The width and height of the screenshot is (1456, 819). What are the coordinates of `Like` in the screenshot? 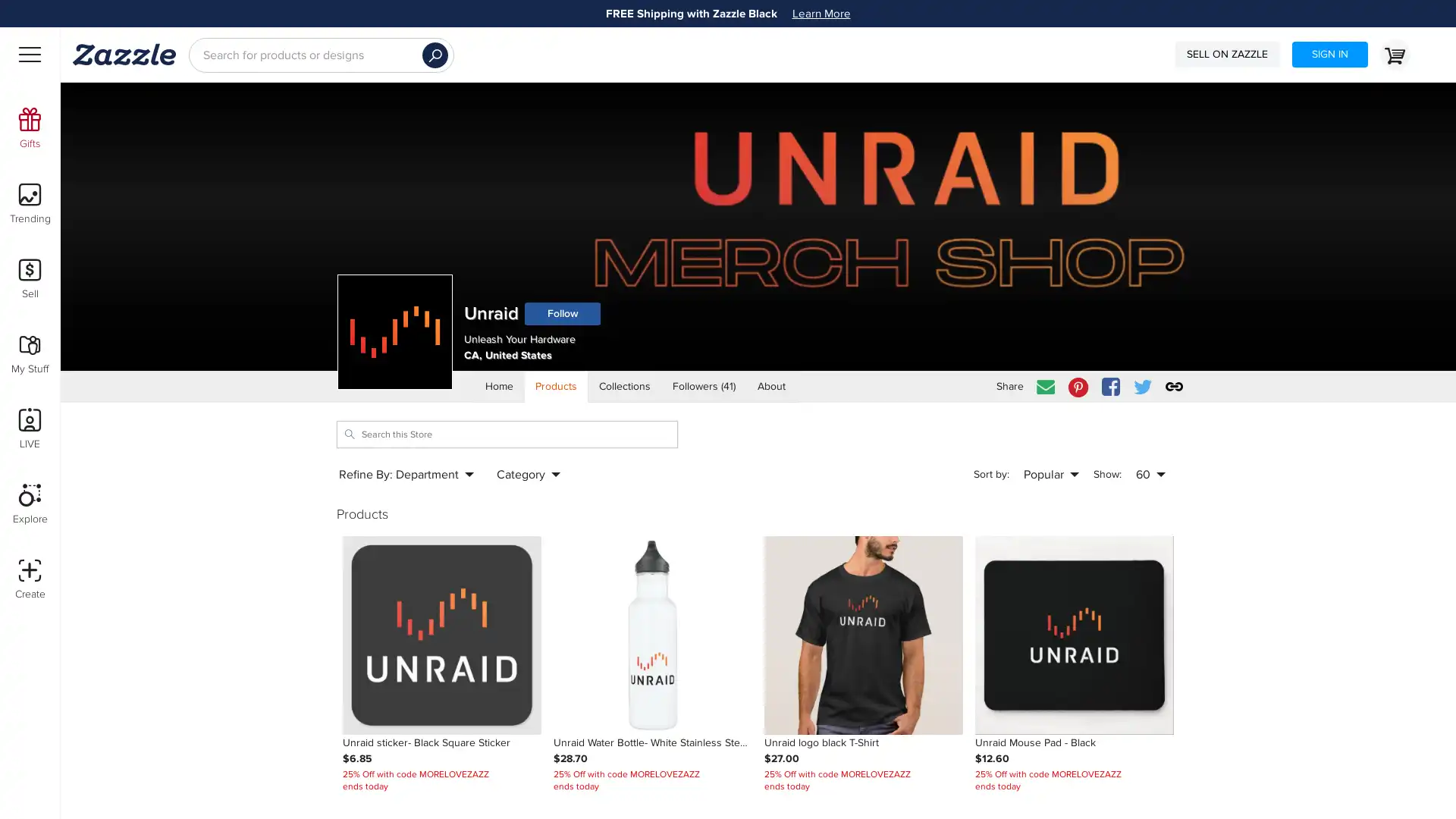 It's located at (946, 550).